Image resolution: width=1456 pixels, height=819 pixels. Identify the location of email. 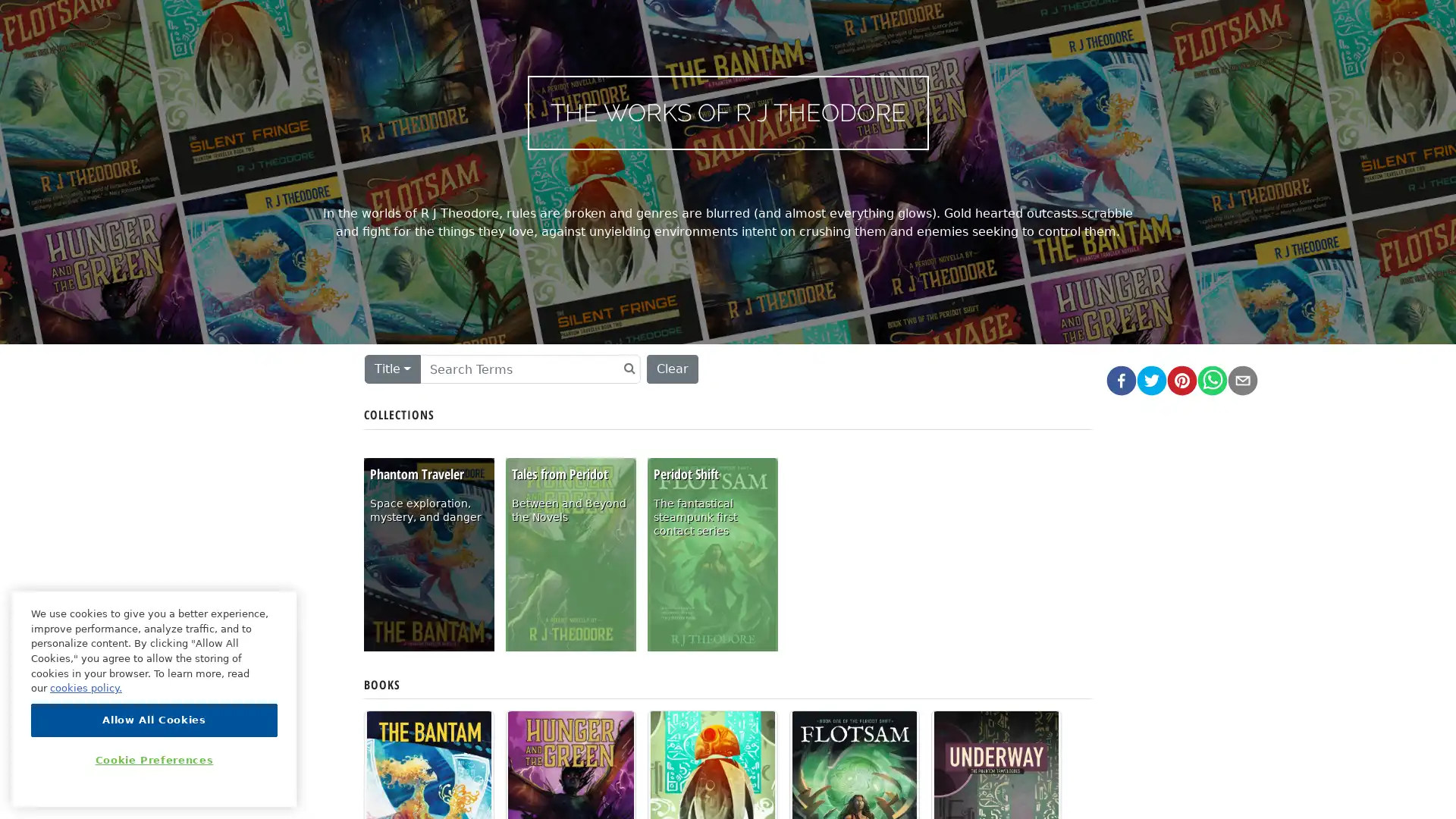
(1241, 378).